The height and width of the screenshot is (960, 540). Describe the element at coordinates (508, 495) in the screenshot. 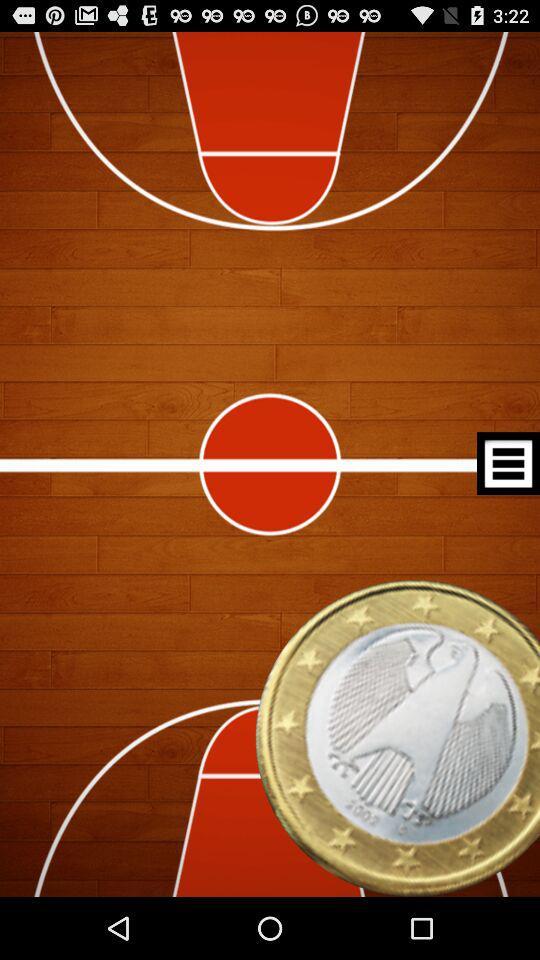

I see `the menu icon` at that location.